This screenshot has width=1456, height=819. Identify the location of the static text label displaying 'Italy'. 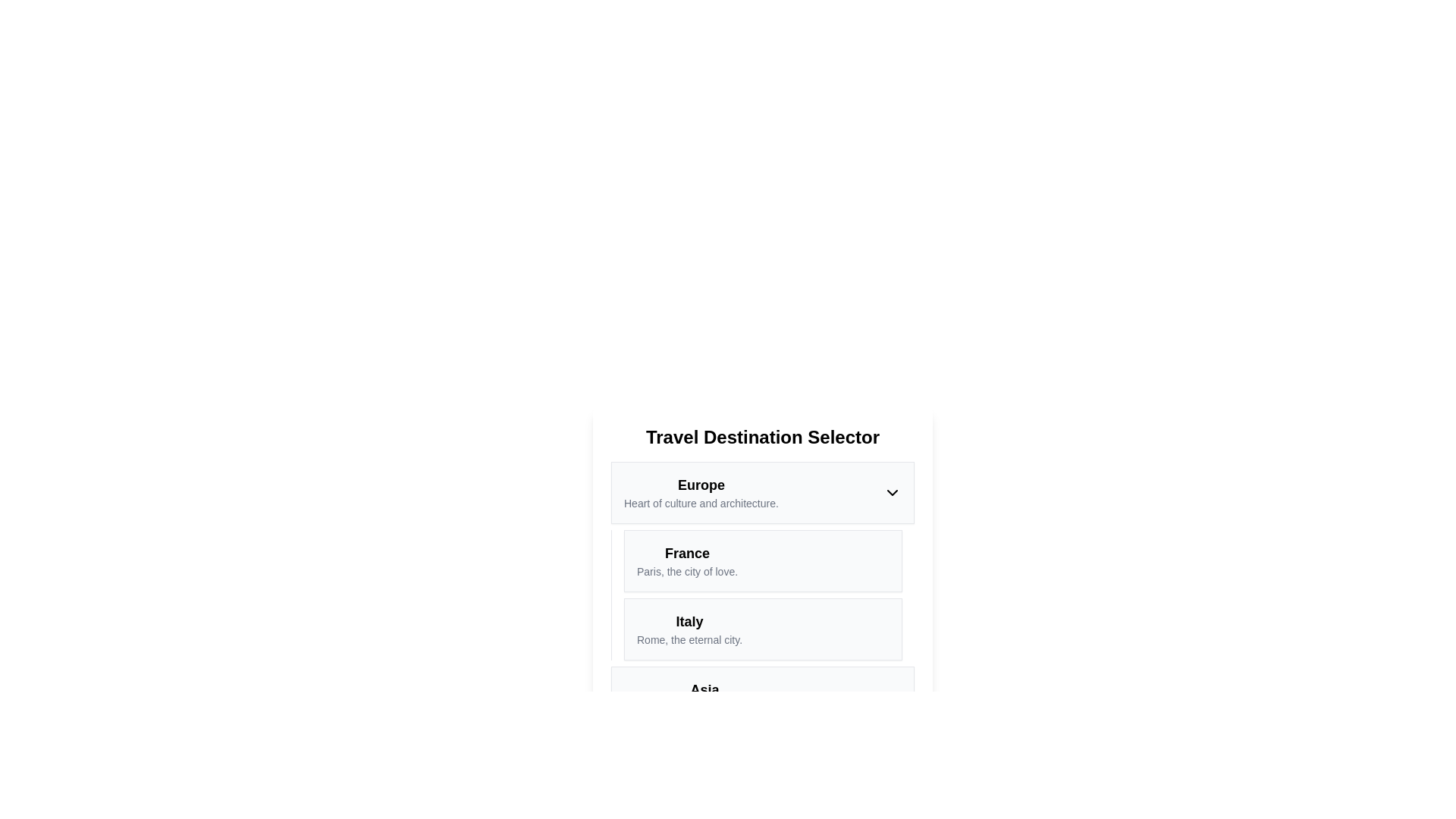
(689, 629).